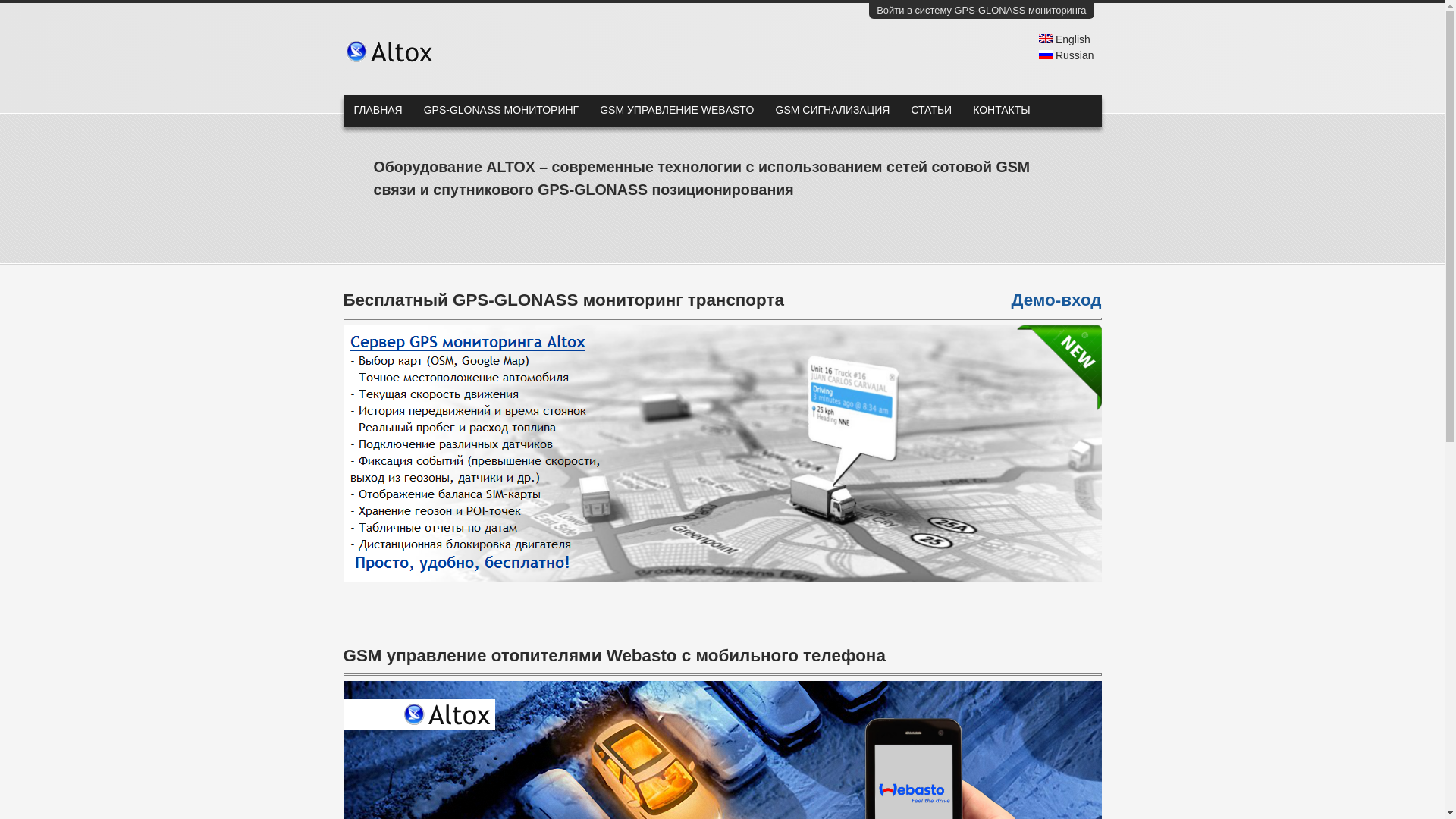 The width and height of the screenshot is (1456, 819). Describe the element at coordinates (1063, 38) in the screenshot. I see `' English'` at that location.